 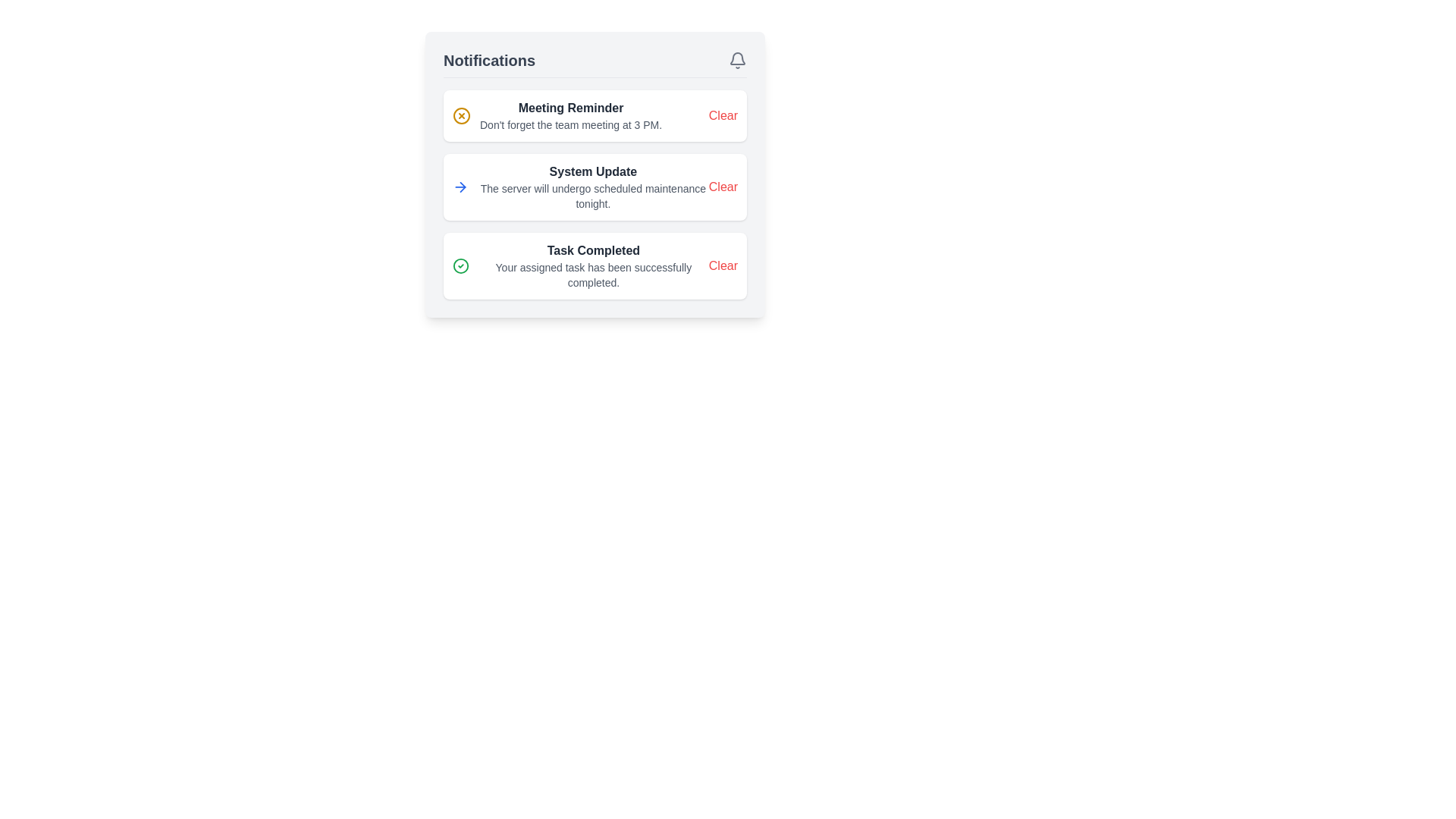 I want to click on the second notification in the list, which informs the user about scheduled server maintenance and has a 'Clear' link to dismiss it, so click(x=595, y=194).